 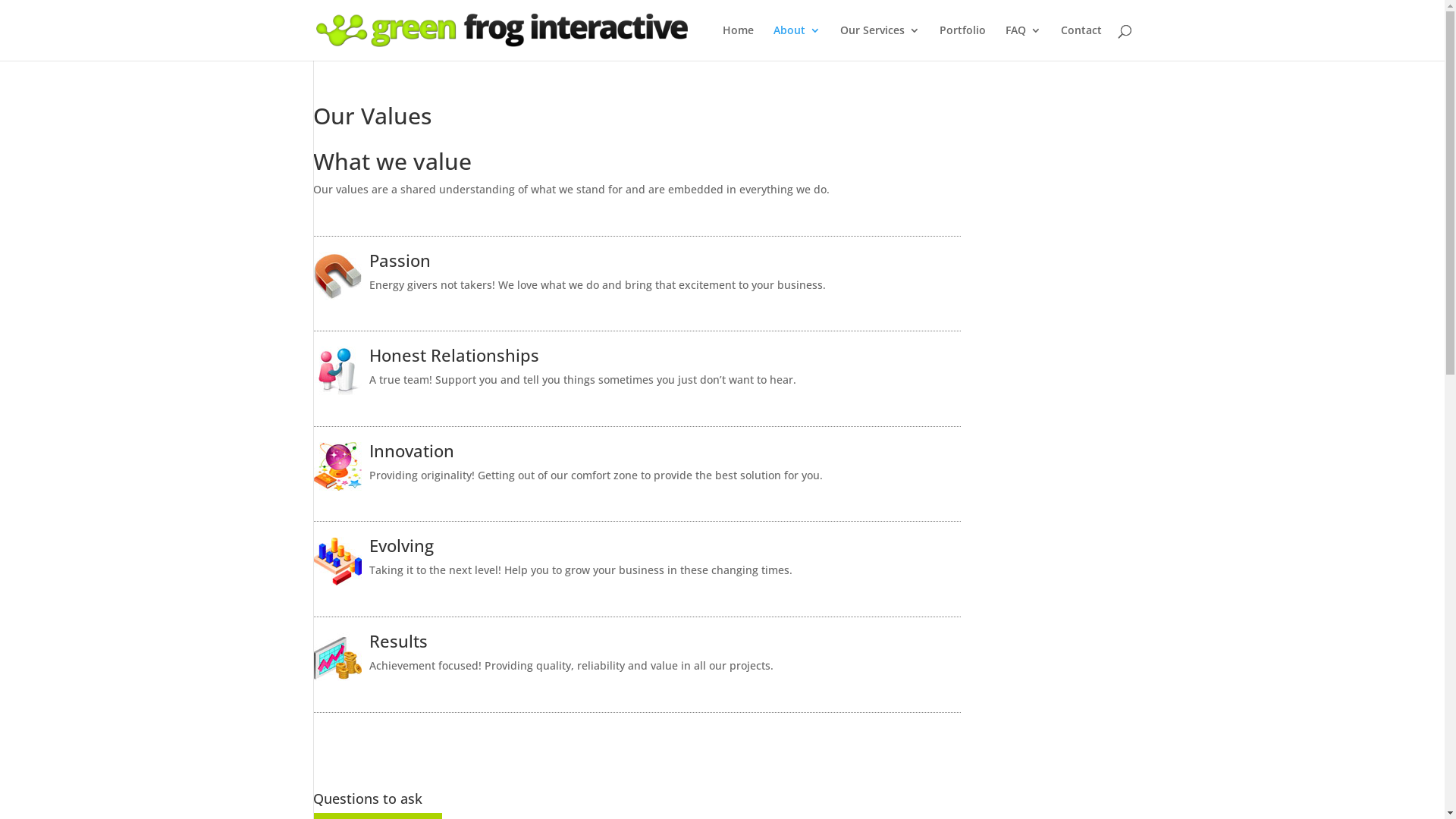 I want to click on 'Our Services', so click(x=839, y=42).